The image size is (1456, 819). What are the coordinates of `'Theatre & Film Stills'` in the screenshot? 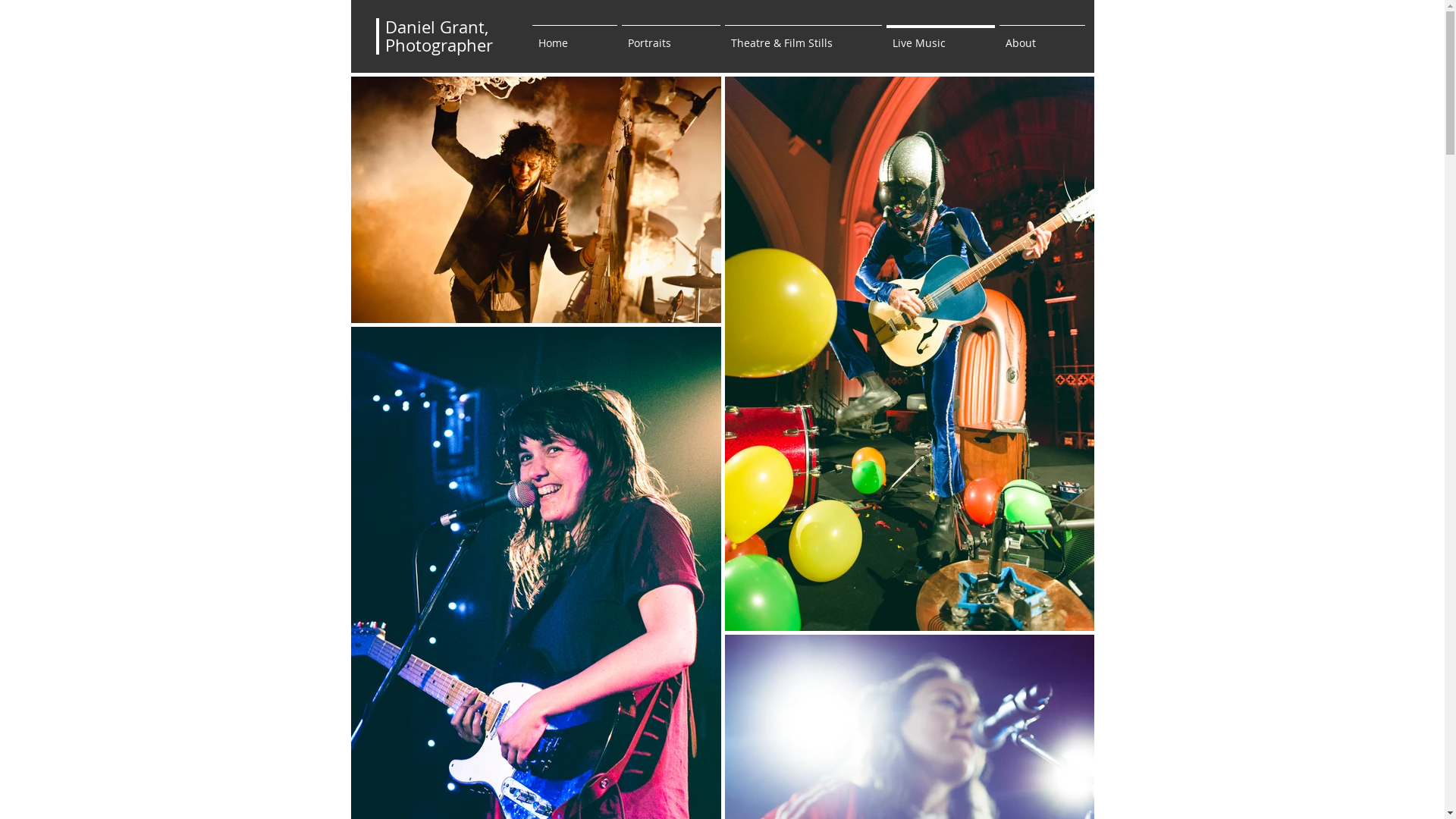 It's located at (720, 35).